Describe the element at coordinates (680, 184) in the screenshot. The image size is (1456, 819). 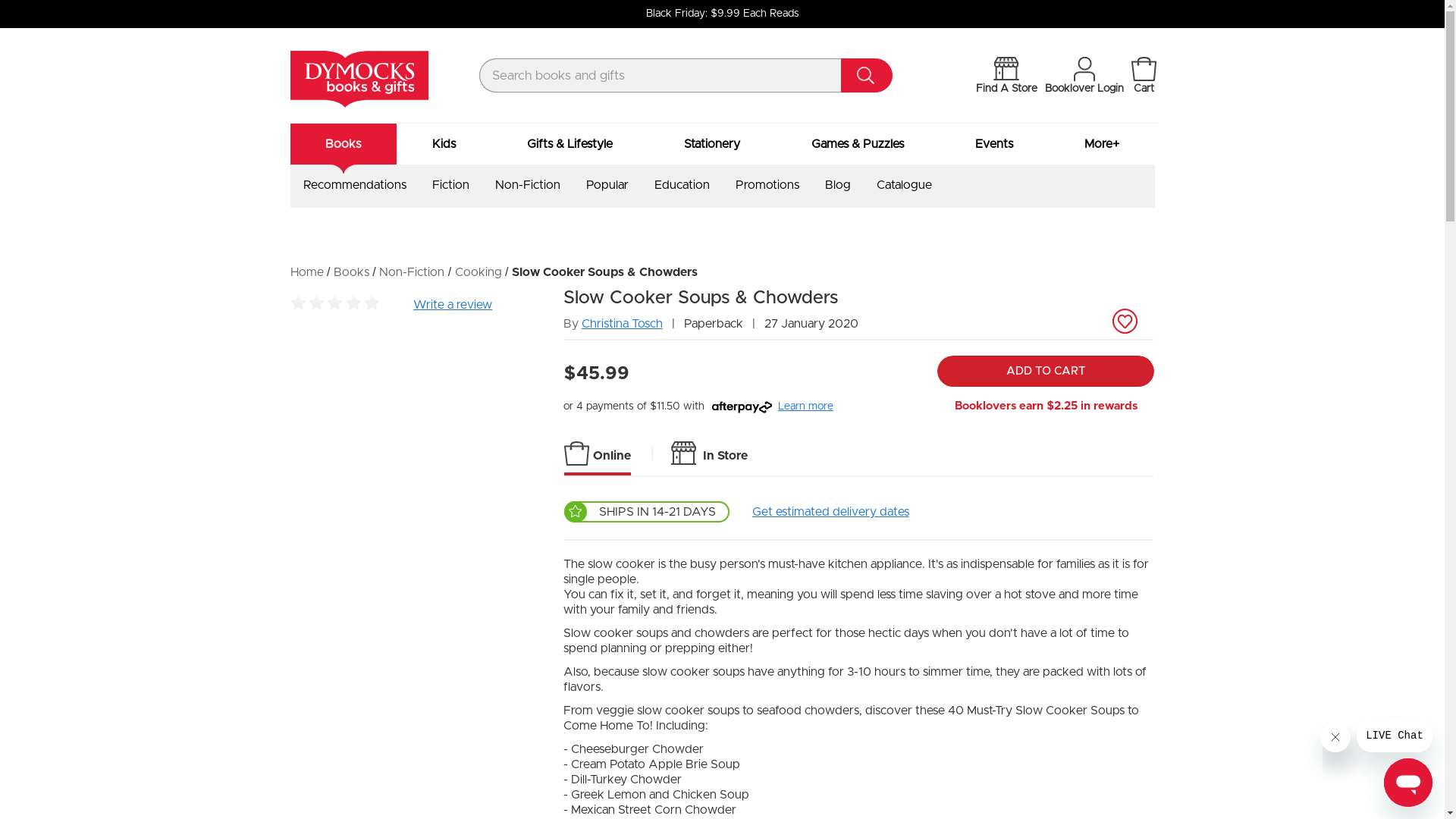
I see `'Education'` at that location.